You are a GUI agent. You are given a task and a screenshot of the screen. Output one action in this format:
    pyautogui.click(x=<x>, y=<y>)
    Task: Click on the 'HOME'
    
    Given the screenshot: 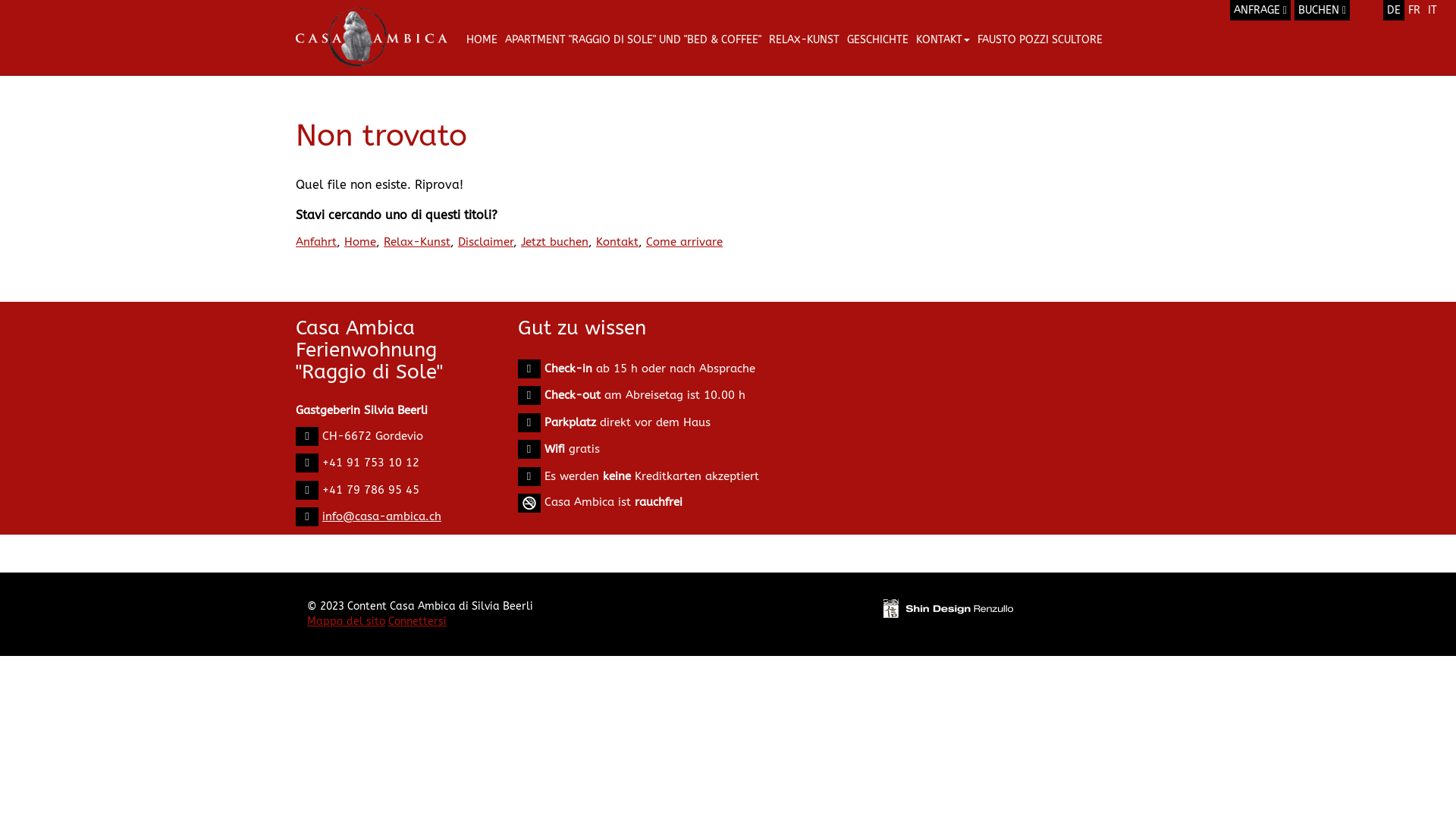 What is the action you would take?
    pyautogui.click(x=481, y=39)
    